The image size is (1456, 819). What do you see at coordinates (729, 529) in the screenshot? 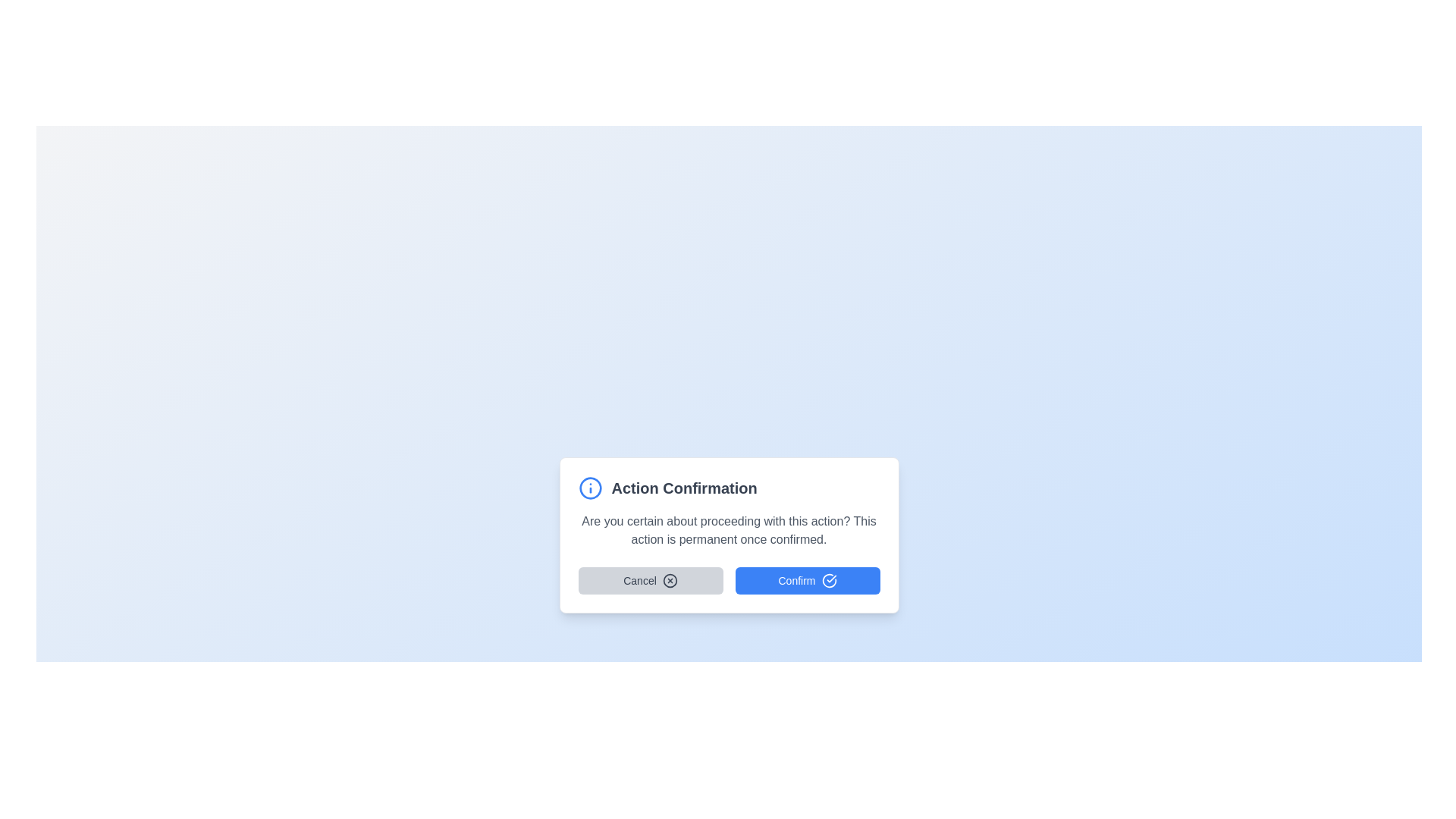
I see `text label that asks for confirmation about proceeding with a permanent action, located below the 'Action Confirmation' heading and above the 'Cancel' and 'Confirm' buttons` at bounding box center [729, 529].